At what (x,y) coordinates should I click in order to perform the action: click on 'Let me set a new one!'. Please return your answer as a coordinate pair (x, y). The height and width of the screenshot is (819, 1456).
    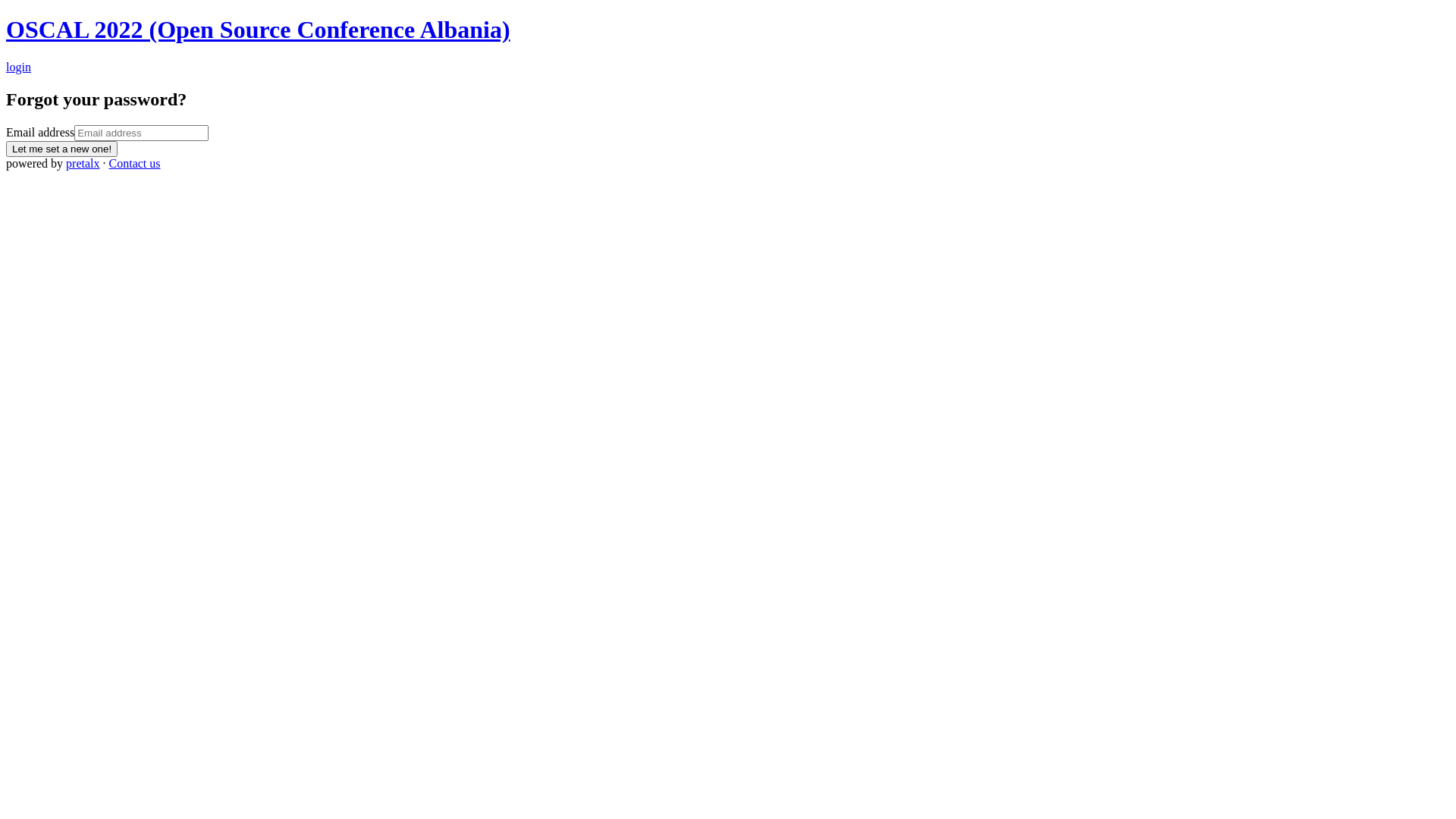
    Looking at the image, I should click on (61, 149).